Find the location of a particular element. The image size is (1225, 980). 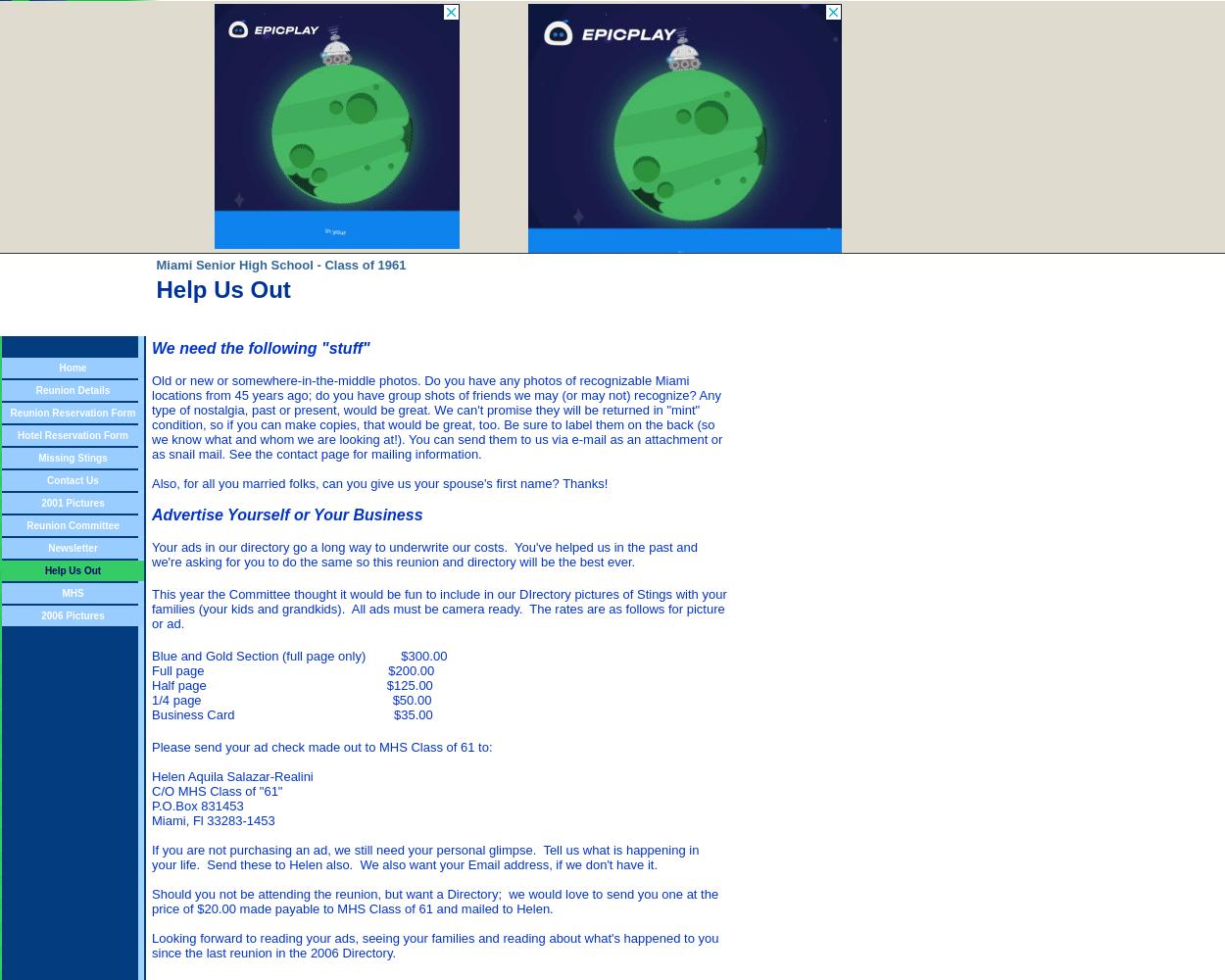

'Should you not be attending the reunion, but want a Directory;  we would love to
                           send you one at the price of $20.00 made payable to MHS Class of 61 and mailed to Helen.' is located at coordinates (152, 902).